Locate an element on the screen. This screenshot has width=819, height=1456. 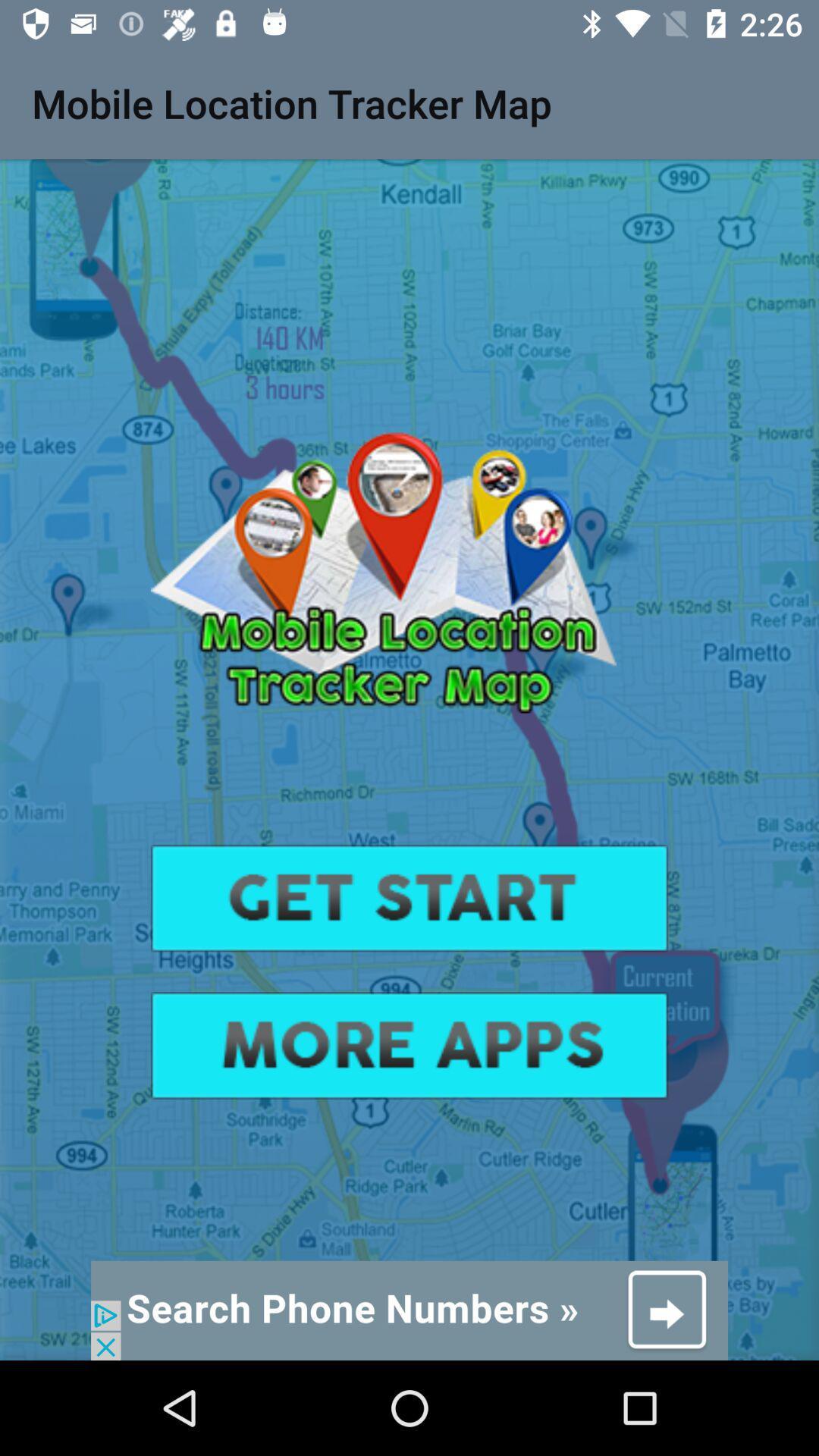
advert banner is located at coordinates (409, 1310).